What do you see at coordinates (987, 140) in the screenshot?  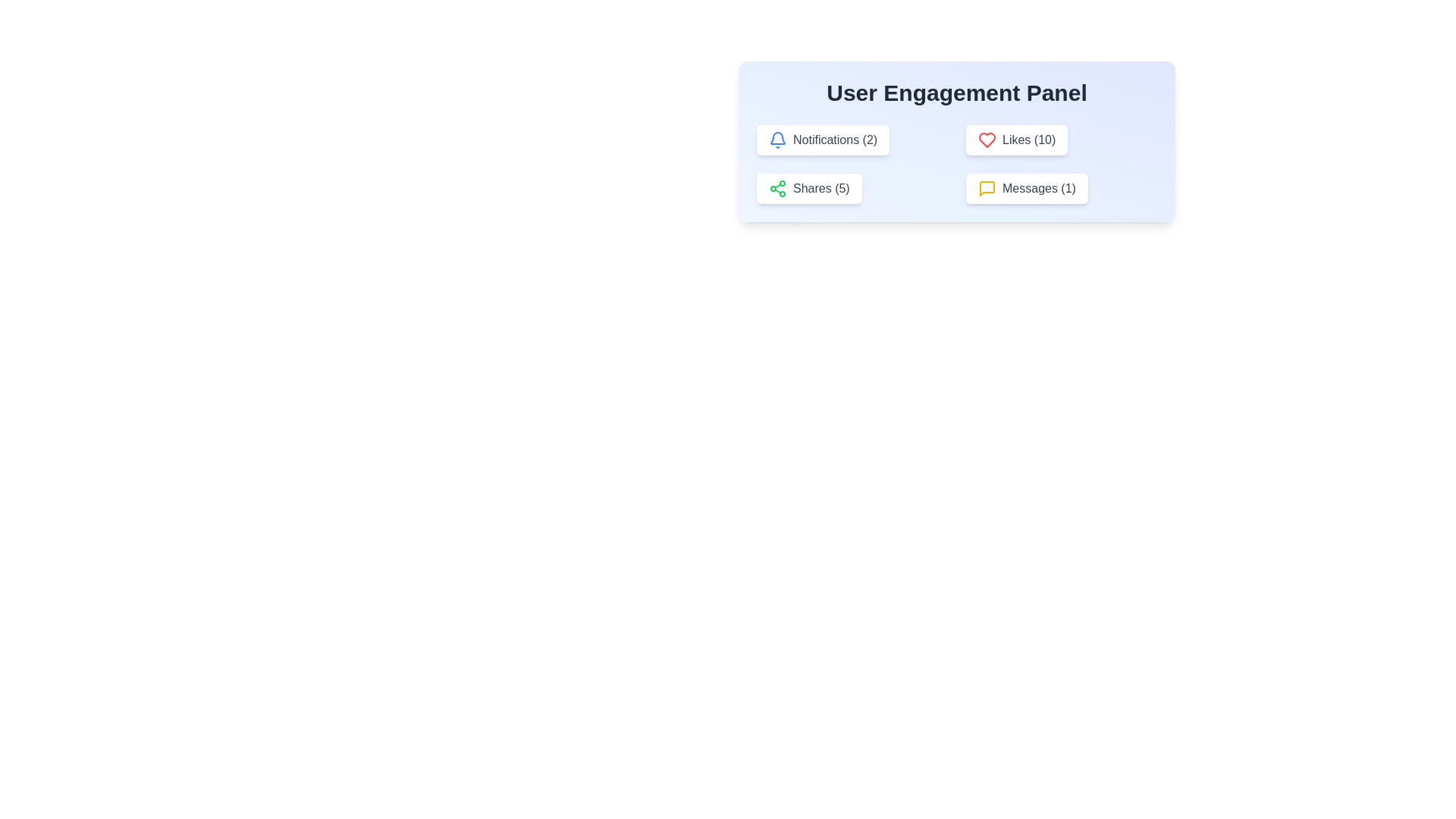 I see `the heart-shaped 'Likes' icon located in the upper-right-hand section of the User Engagement Panel, which indicates the 'Likes (10)' information` at bounding box center [987, 140].